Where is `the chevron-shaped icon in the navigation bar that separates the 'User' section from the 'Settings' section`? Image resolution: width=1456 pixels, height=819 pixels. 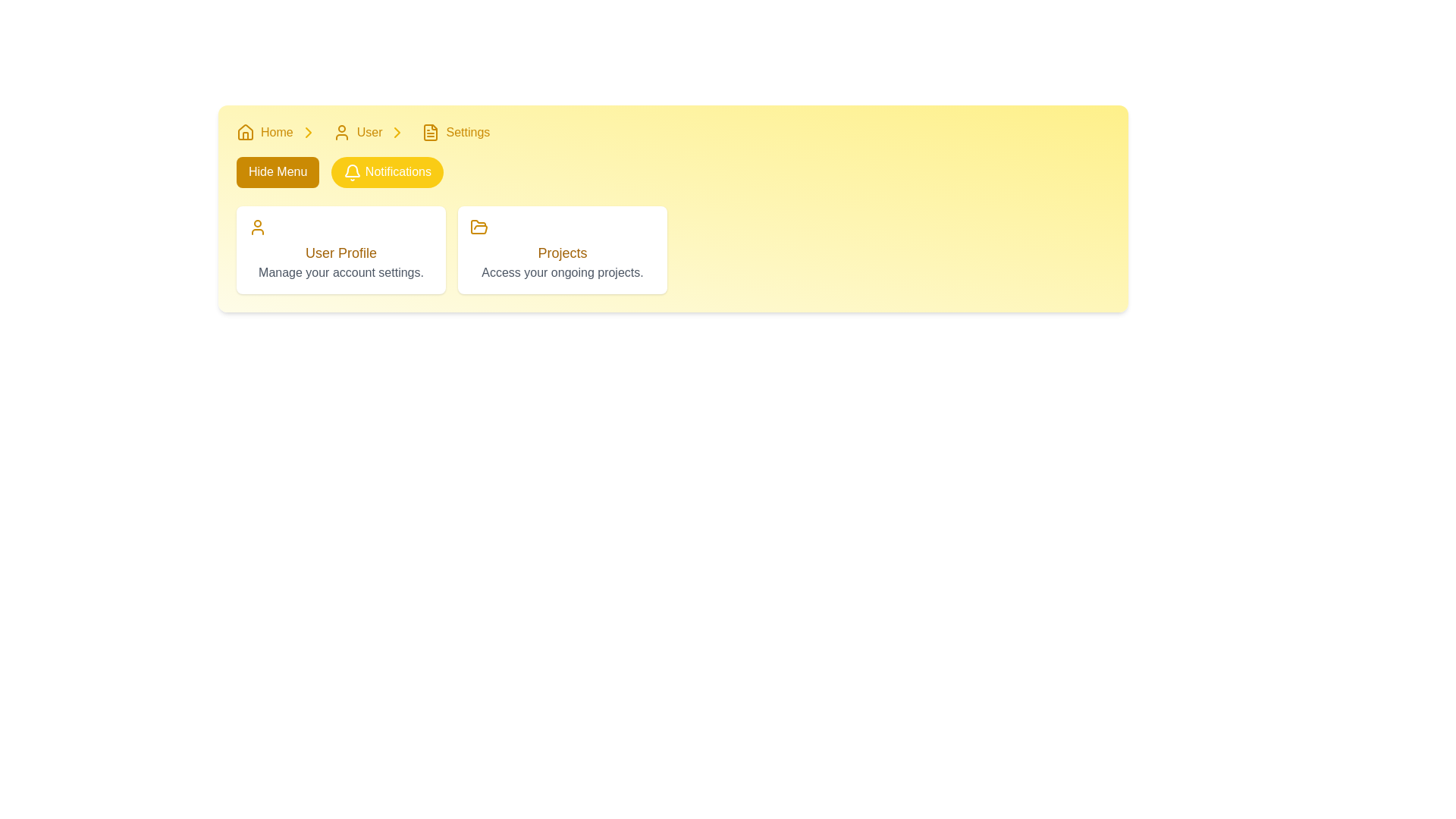
the chevron-shaped icon in the navigation bar that separates the 'User' section from the 'Settings' section is located at coordinates (307, 131).